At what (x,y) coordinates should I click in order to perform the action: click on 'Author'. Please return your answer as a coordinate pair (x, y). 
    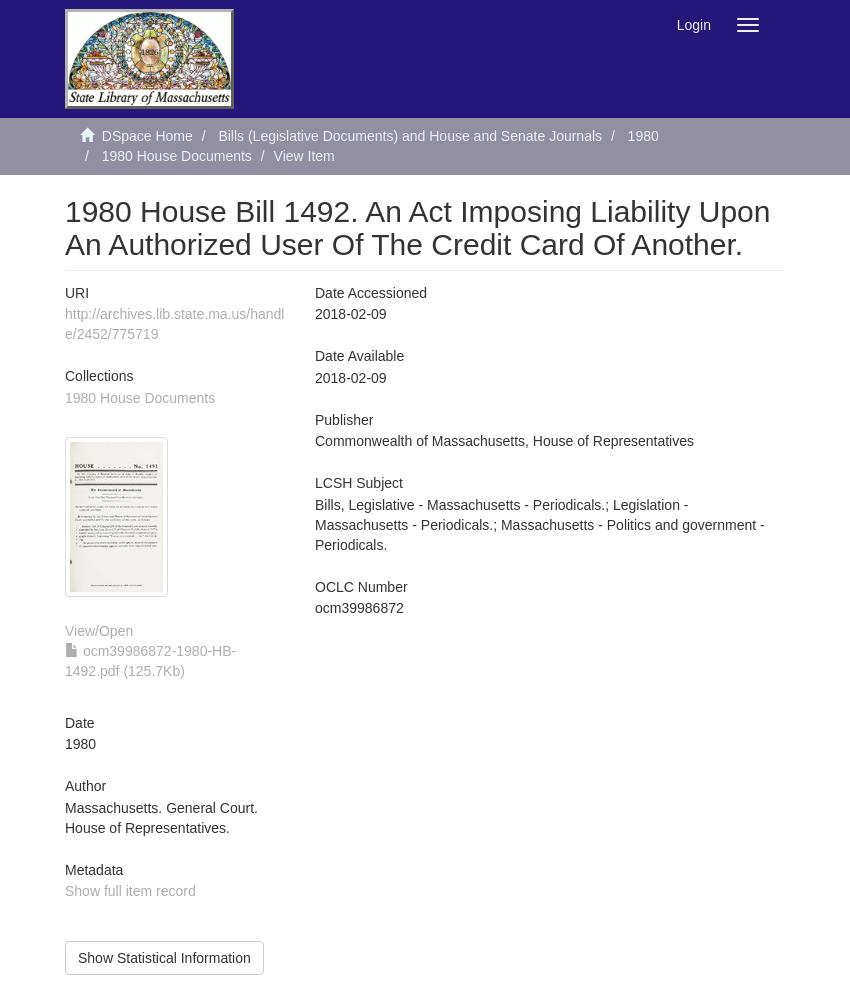
    Looking at the image, I should click on (85, 786).